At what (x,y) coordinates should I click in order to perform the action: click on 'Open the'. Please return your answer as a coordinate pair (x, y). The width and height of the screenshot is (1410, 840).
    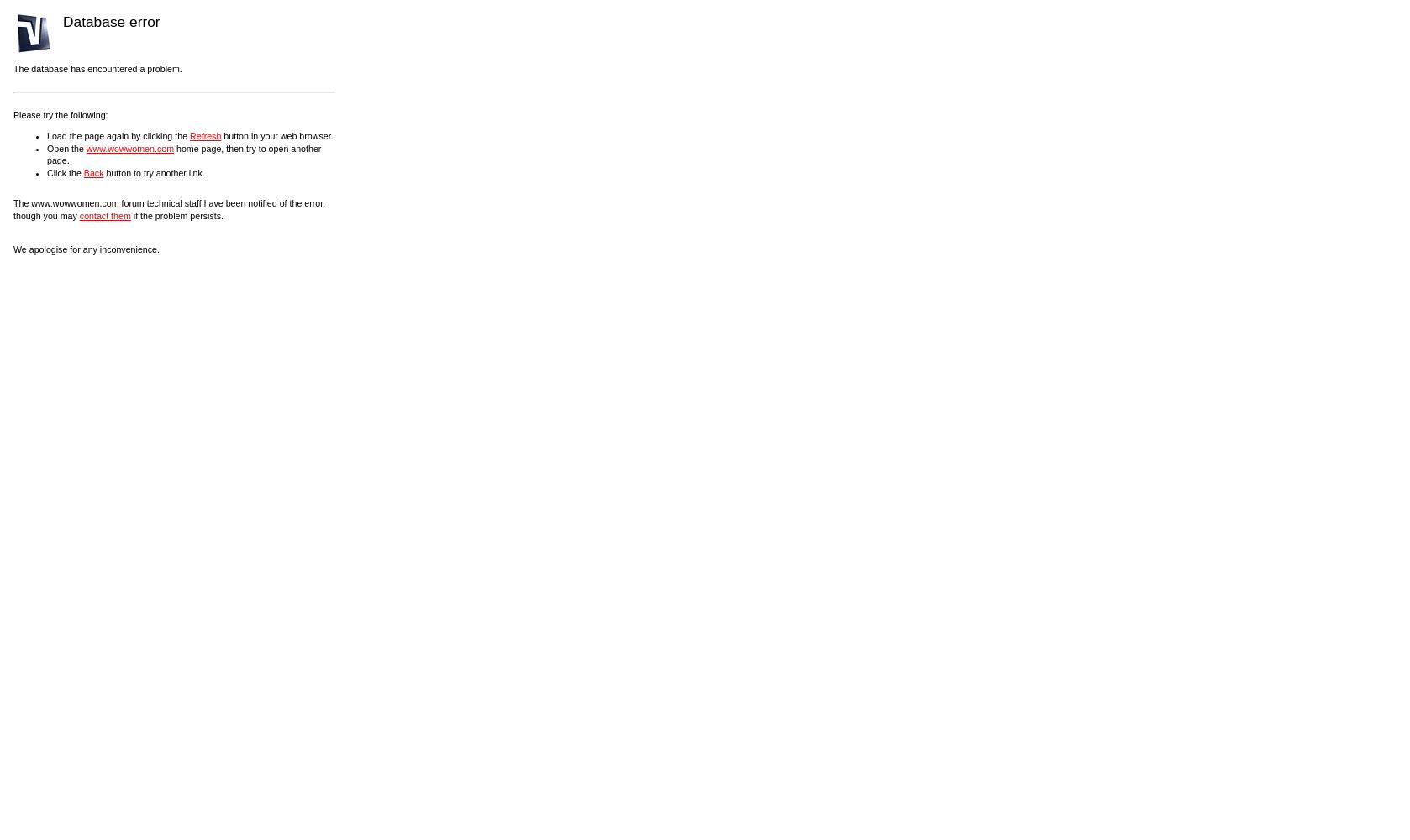
    Looking at the image, I should click on (47, 148).